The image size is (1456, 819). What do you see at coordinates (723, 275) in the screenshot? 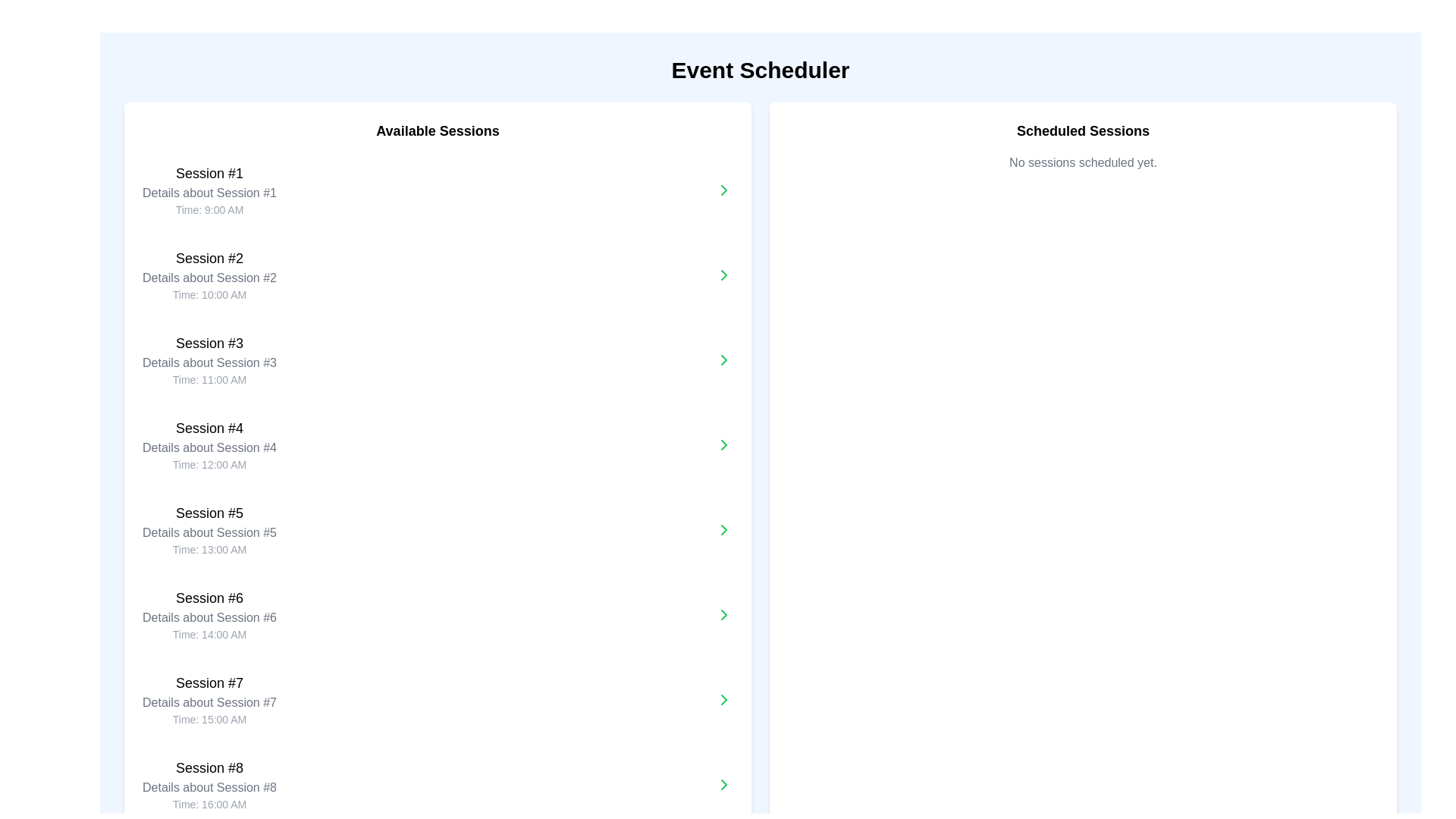
I see `the navigation icon located next to the second session entry labeled 'Session #2' in the 'Available Sessions' column` at bounding box center [723, 275].